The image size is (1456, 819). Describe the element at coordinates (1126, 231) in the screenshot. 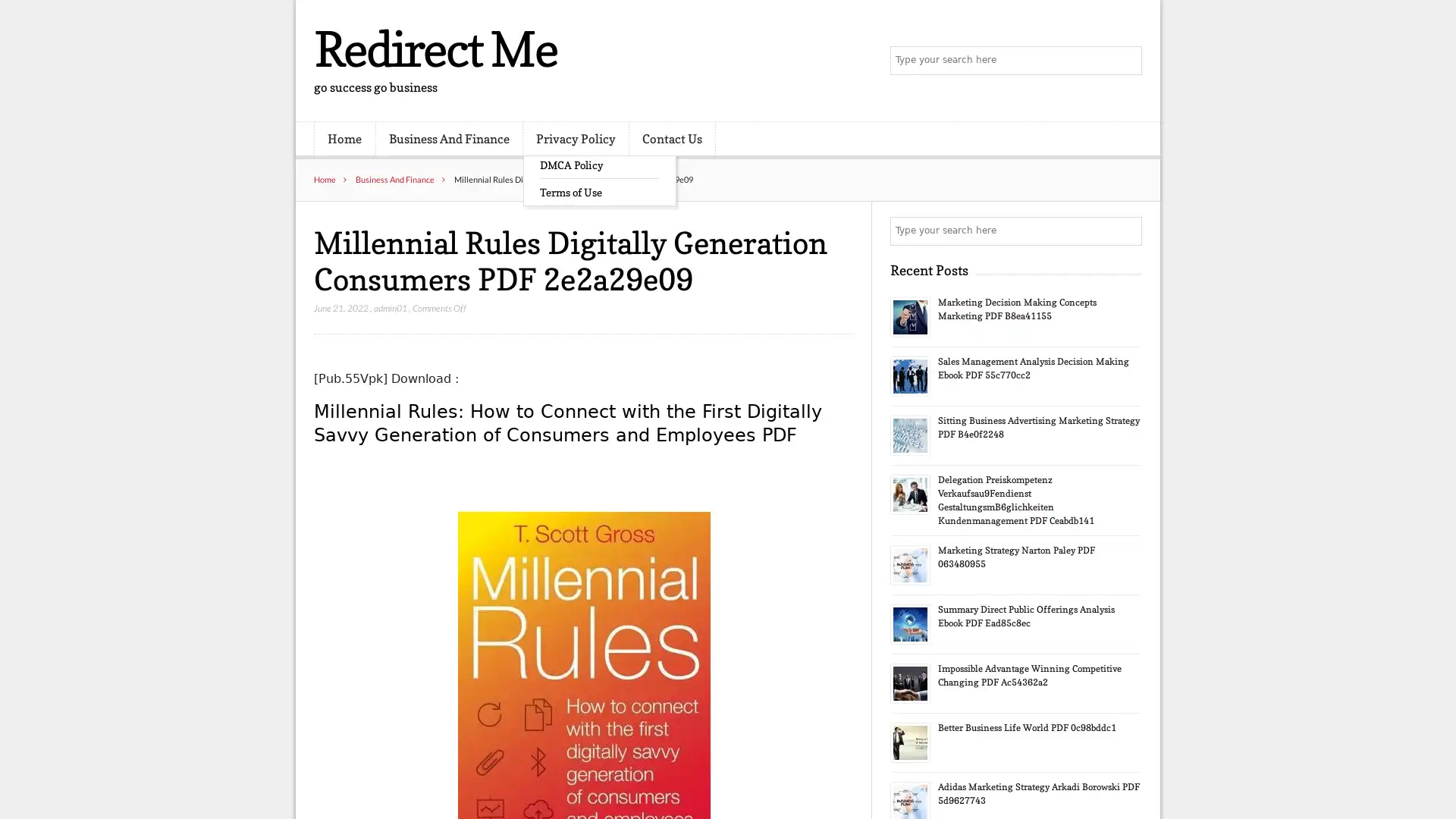

I see `Search` at that location.